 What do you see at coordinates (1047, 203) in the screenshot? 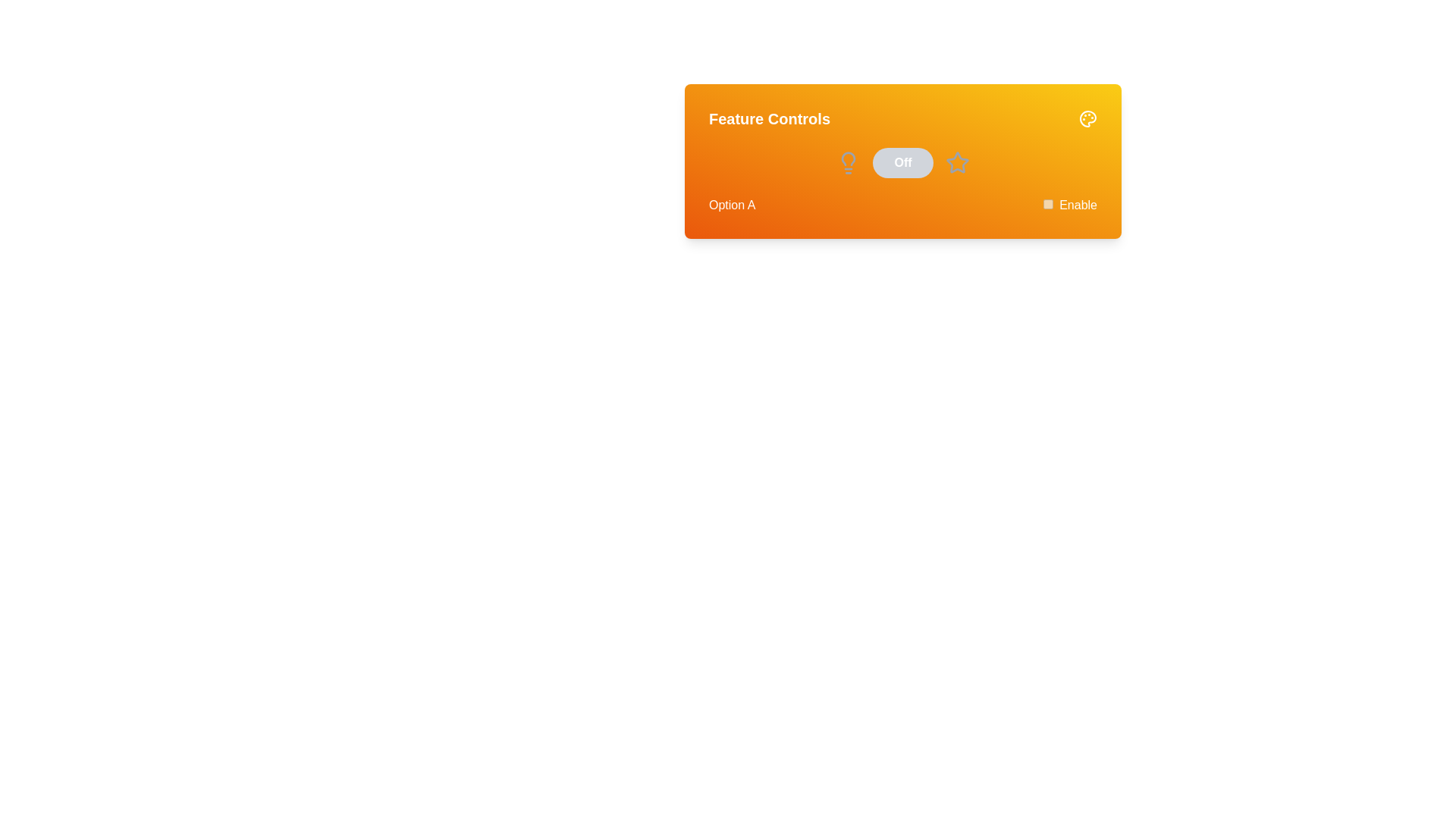
I see `the circular checkbox located to the left of the 'Enable' label` at bounding box center [1047, 203].